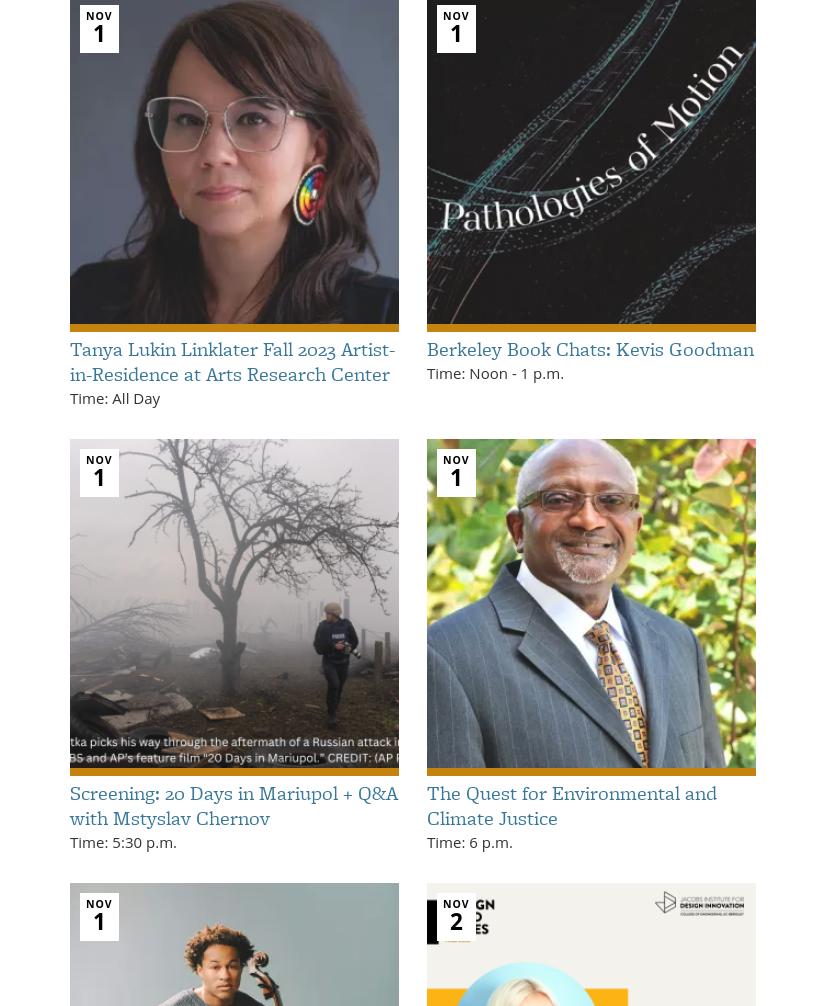 The width and height of the screenshot is (840, 1006). Describe the element at coordinates (469, 840) in the screenshot. I see `'Time: 6 p.m.'` at that location.